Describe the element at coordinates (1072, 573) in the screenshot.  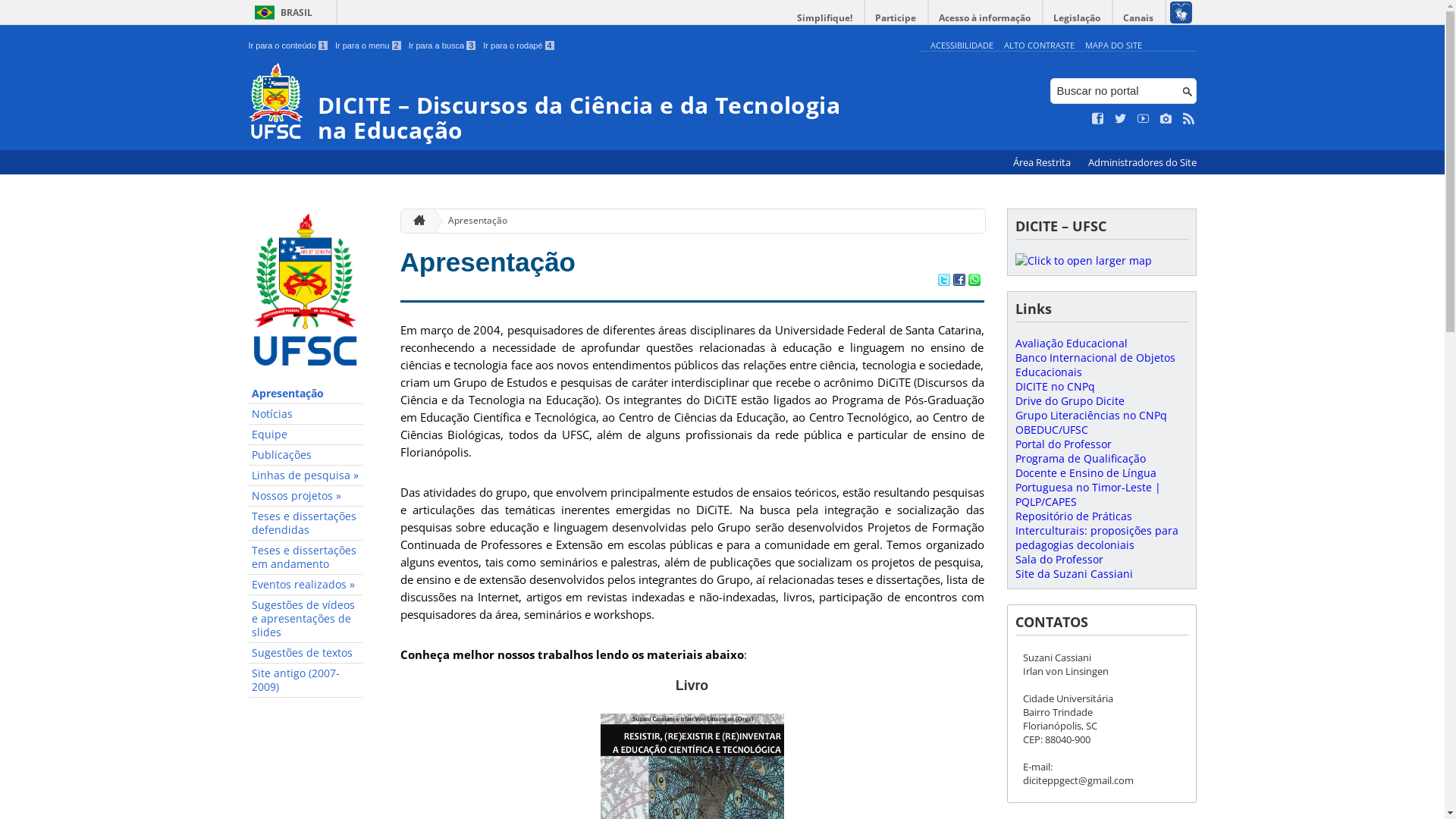
I see `'Site da Suzani Cassiani'` at that location.